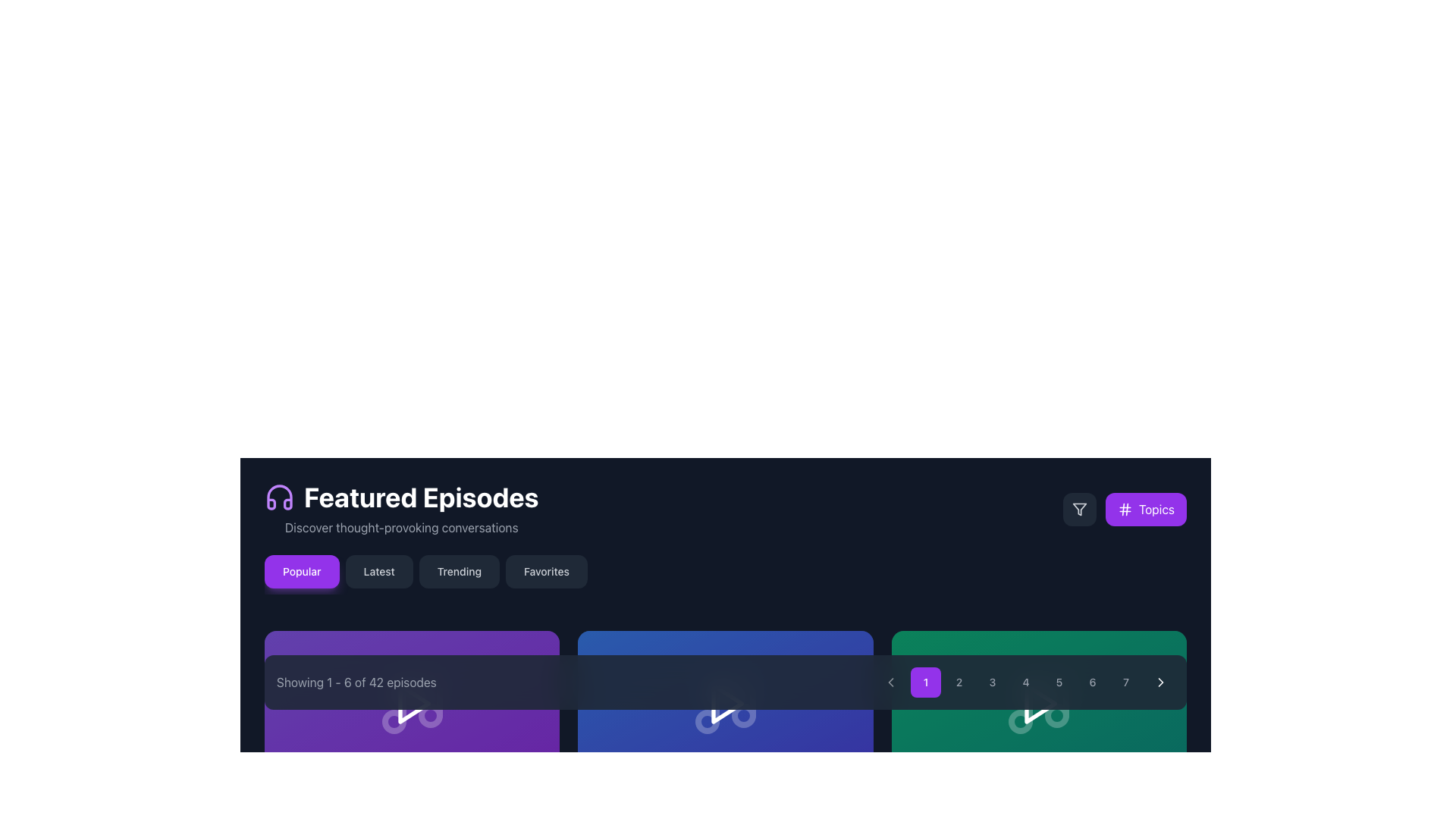 The width and height of the screenshot is (1456, 819). What do you see at coordinates (401, 526) in the screenshot?
I see `descriptive text label located below the 'Featured Episodes' heading and to the right of the headphone icon for additional details` at bounding box center [401, 526].